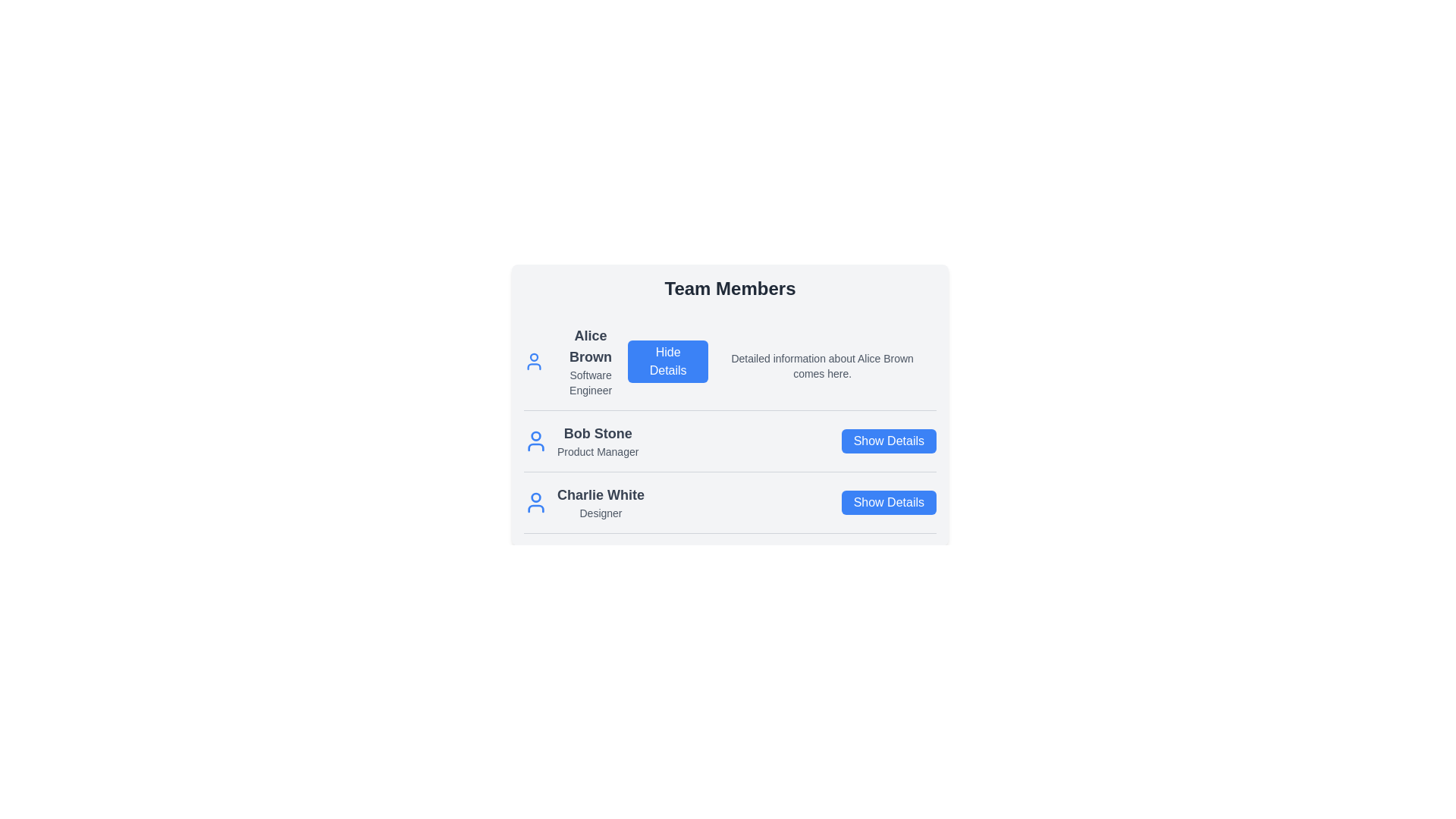 The image size is (1456, 819). Describe the element at coordinates (889, 503) in the screenshot. I see `'Show Details' button for the profile with the name Charlie White` at that location.